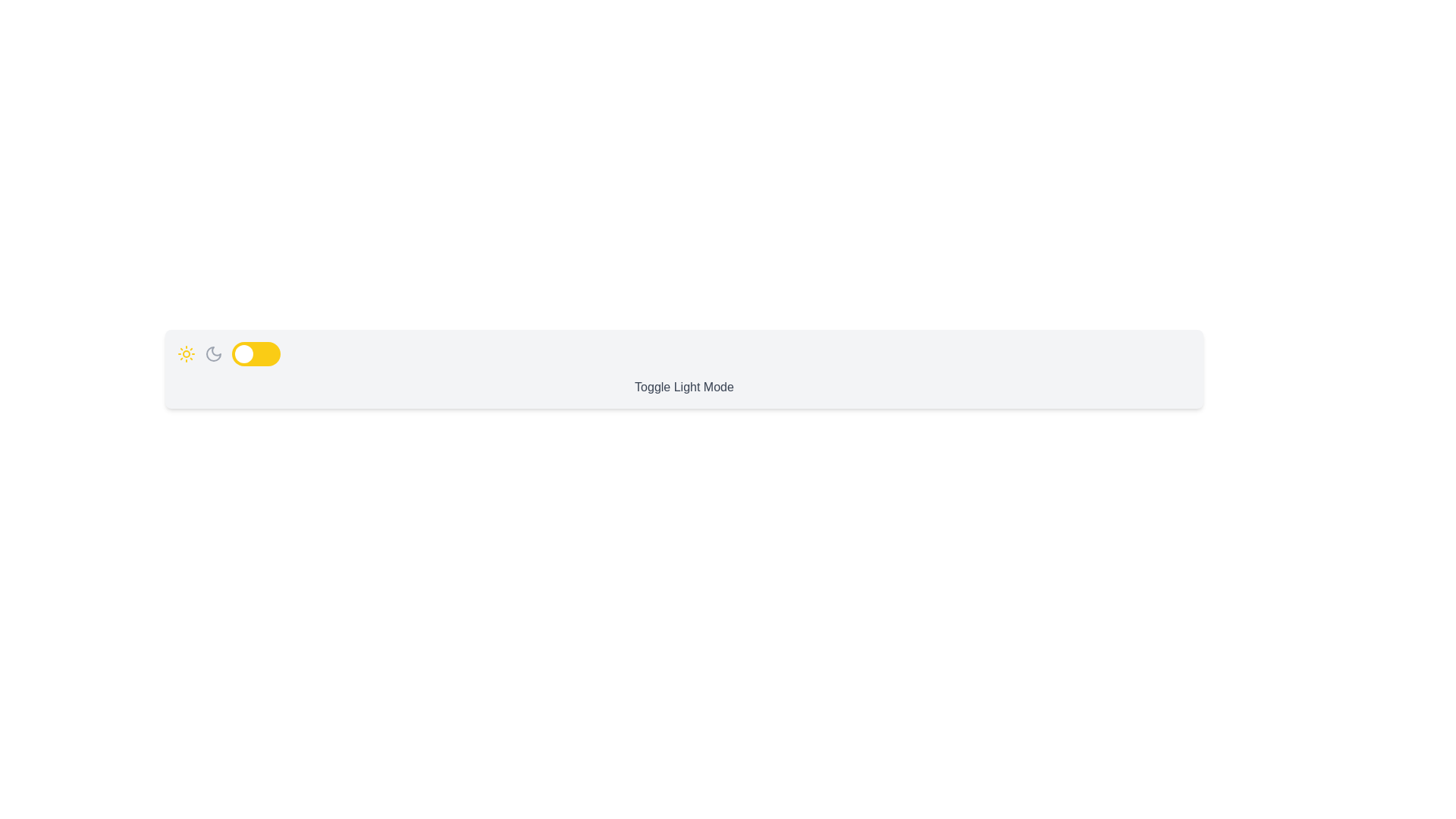  What do you see at coordinates (256, 353) in the screenshot?
I see `the toggle switch located to the right of the sun and moon icons` at bounding box center [256, 353].